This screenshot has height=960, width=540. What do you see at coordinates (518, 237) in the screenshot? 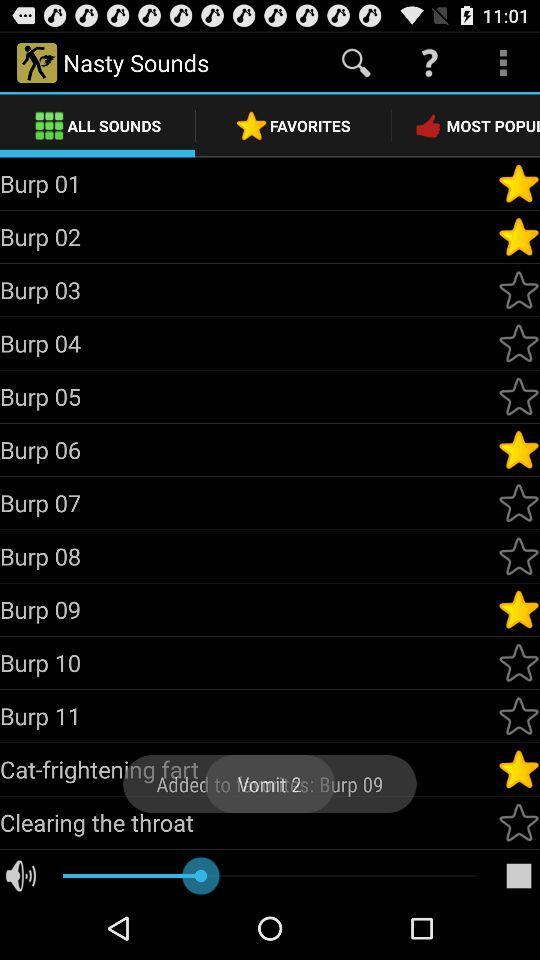
I see `a place to deselect the burp 02 file 's gold star` at bounding box center [518, 237].